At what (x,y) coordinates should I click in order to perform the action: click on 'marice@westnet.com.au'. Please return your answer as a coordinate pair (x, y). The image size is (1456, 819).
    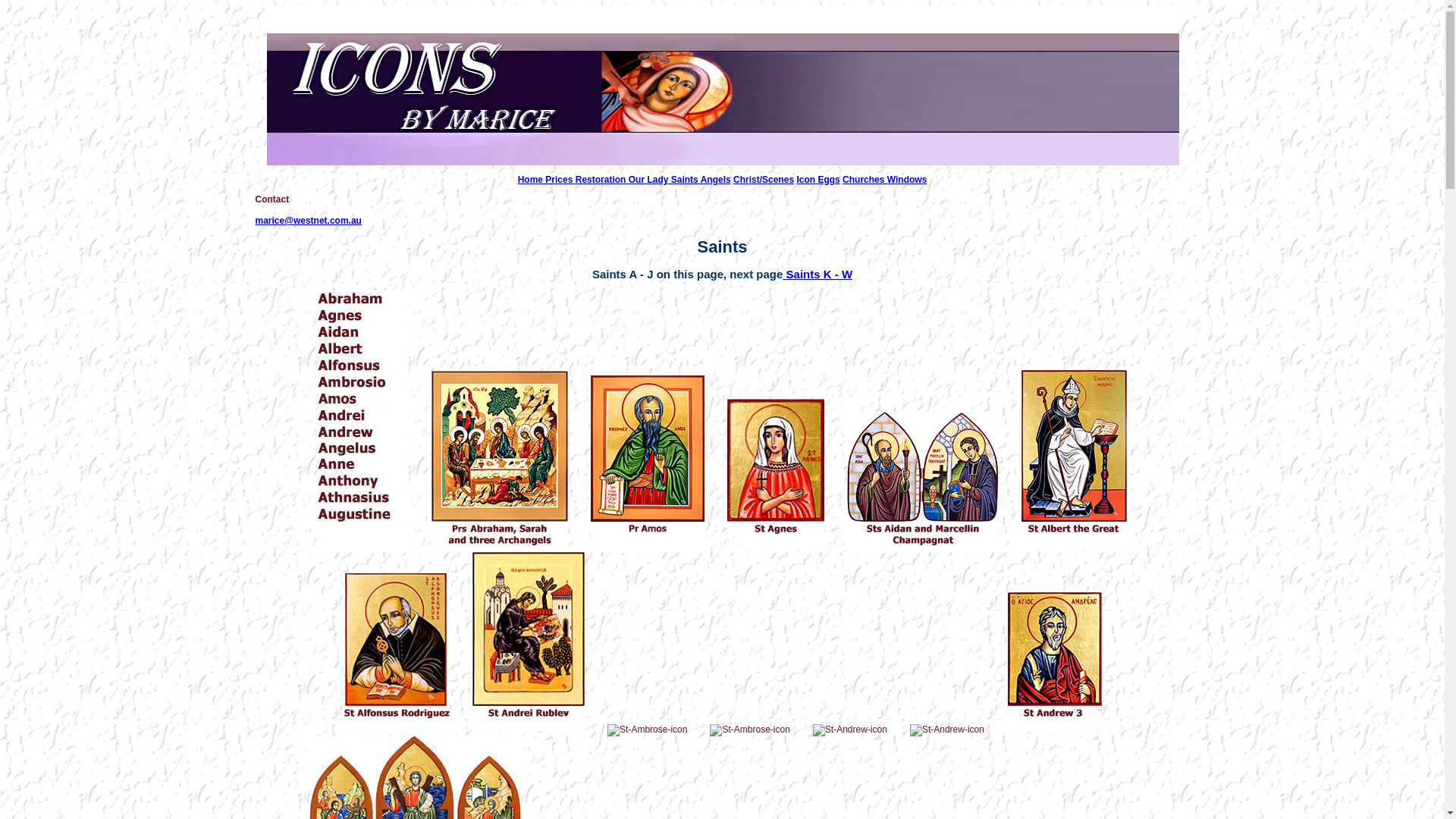
    Looking at the image, I should click on (255, 220).